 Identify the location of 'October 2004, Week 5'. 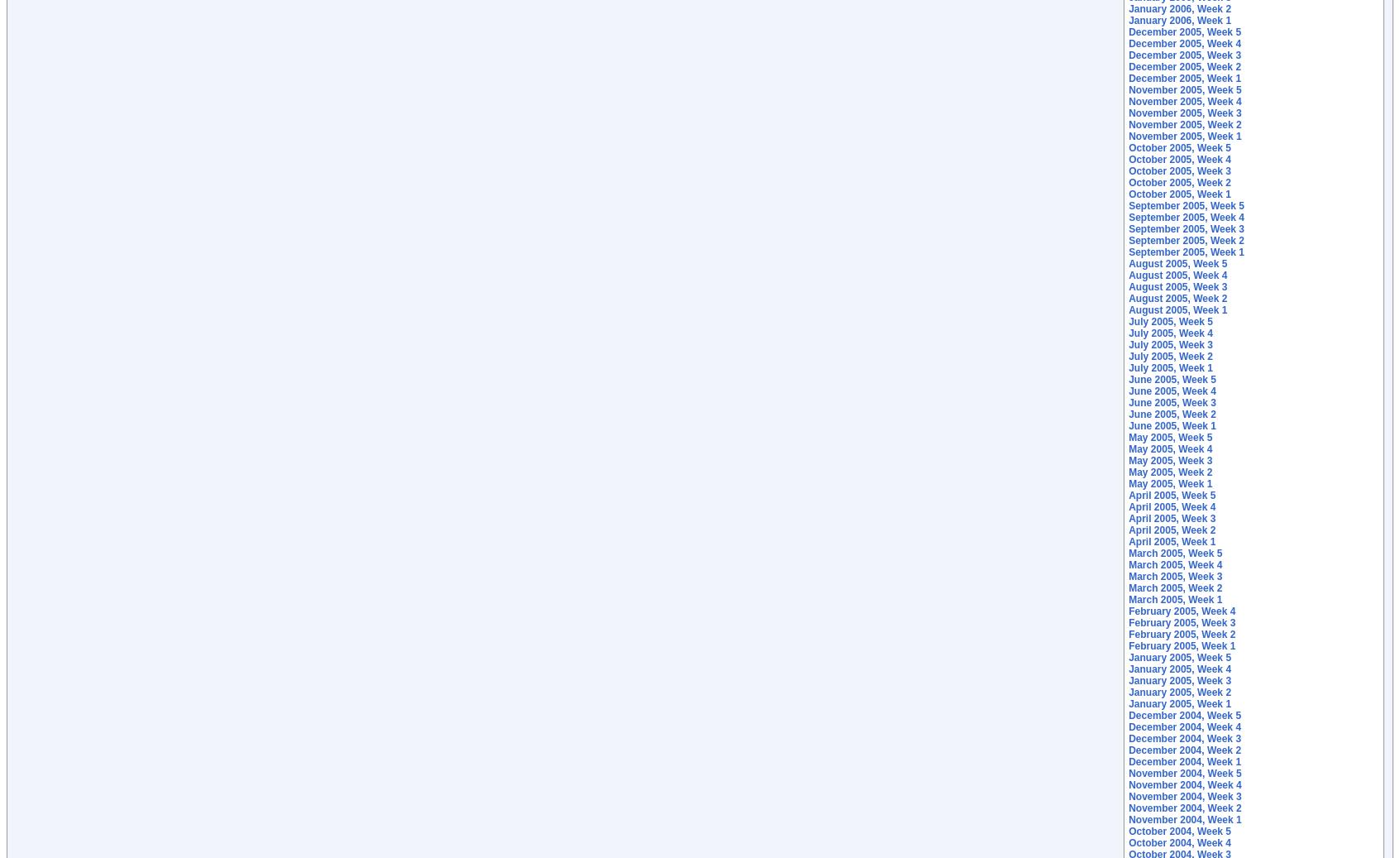
(1179, 831).